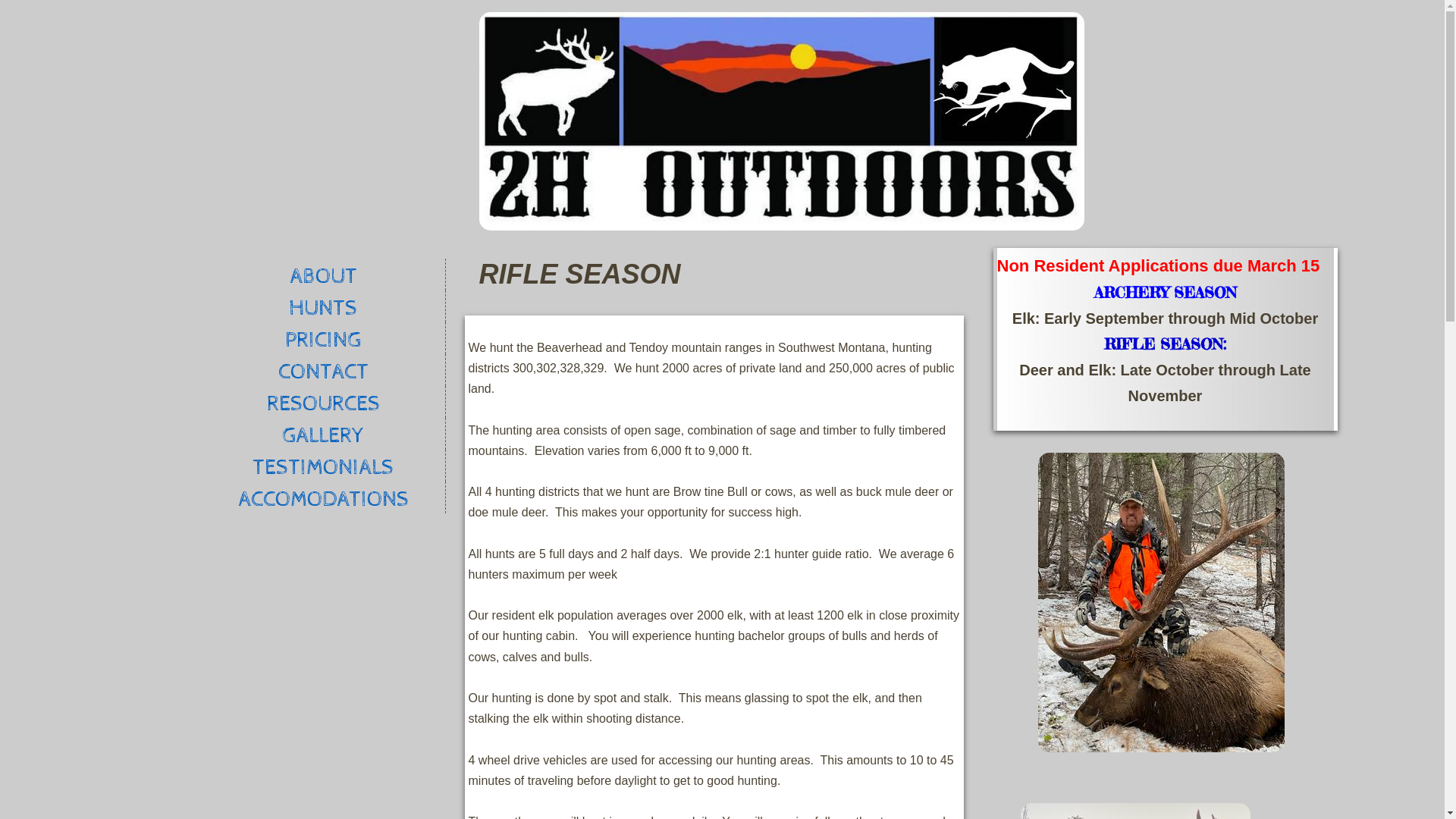 The image size is (1456, 819). Describe the element at coordinates (323, 497) in the screenshot. I see `'ACCOMODATIONS'` at that location.